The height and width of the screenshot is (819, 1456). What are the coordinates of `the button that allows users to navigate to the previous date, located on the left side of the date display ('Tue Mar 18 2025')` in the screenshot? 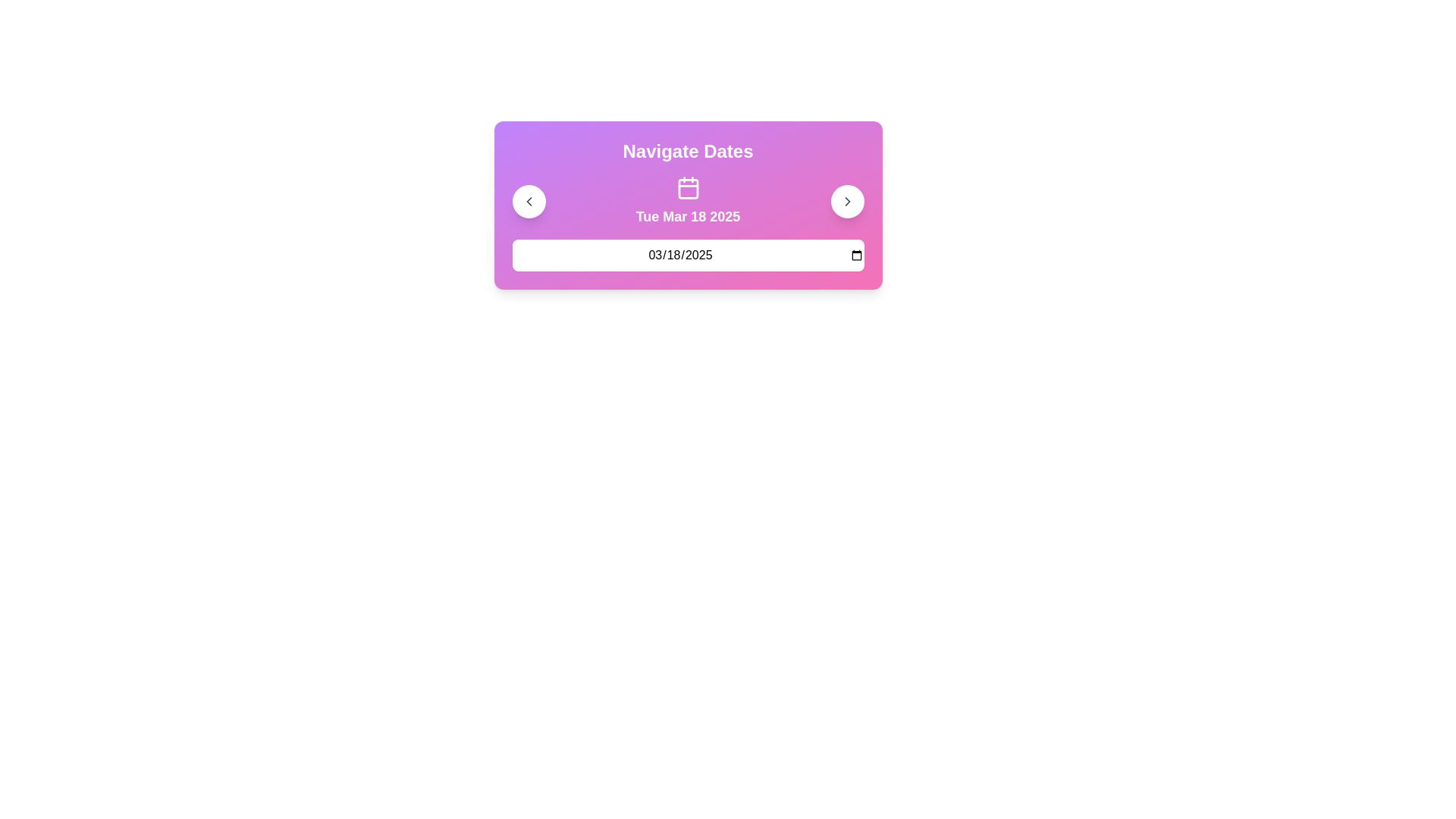 It's located at (529, 201).